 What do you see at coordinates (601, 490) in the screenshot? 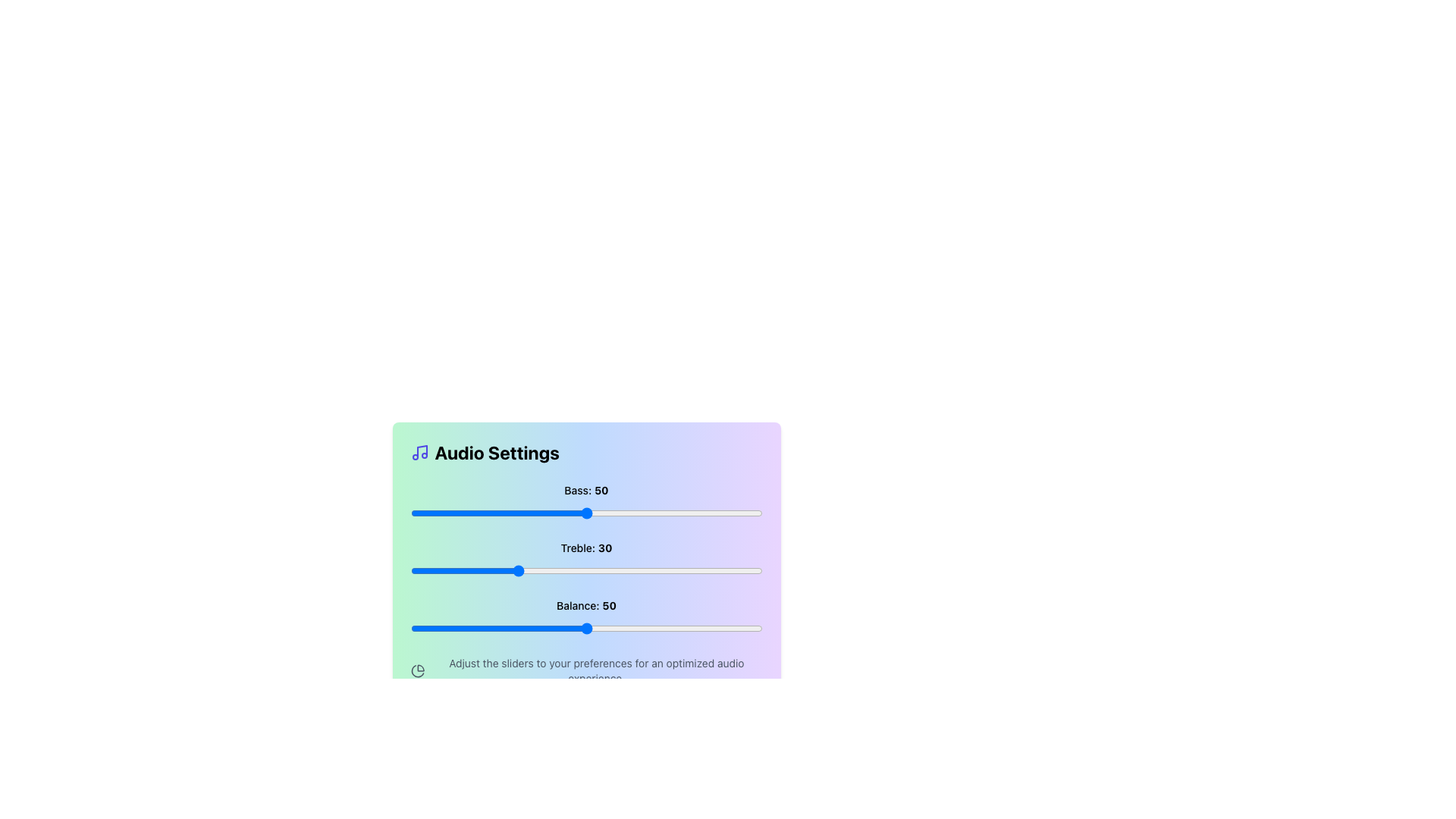
I see `the bold number '50' displayed in the 'Audio Settings' section` at bounding box center [601, 490].